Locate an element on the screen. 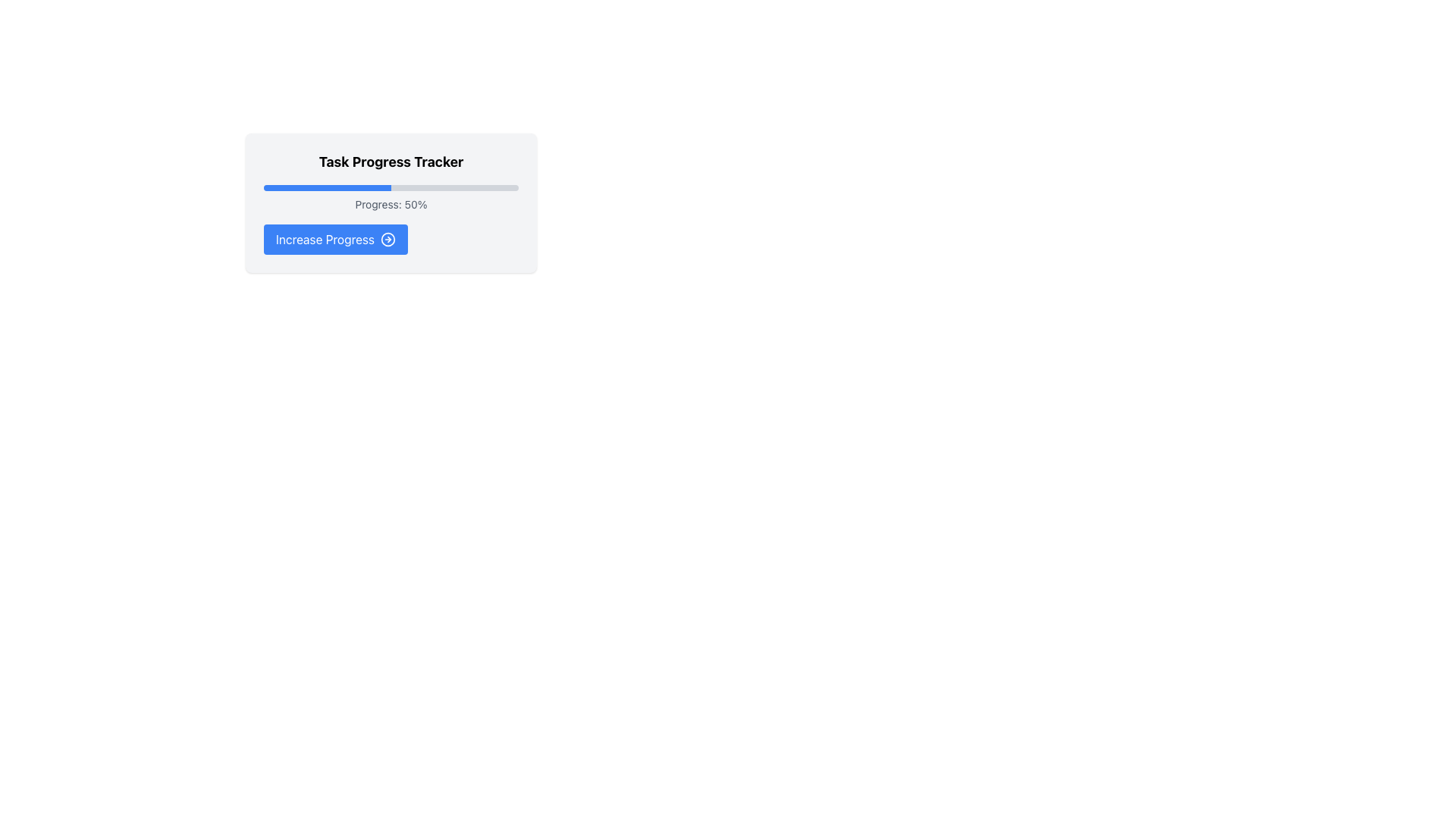 The height and width of the screenshot is (819, 1456). the decorative icon located at the rightmost end of the 'Increase Progress' button to visually reinforce the action of progressing forward is located at coordinates (388, 239).